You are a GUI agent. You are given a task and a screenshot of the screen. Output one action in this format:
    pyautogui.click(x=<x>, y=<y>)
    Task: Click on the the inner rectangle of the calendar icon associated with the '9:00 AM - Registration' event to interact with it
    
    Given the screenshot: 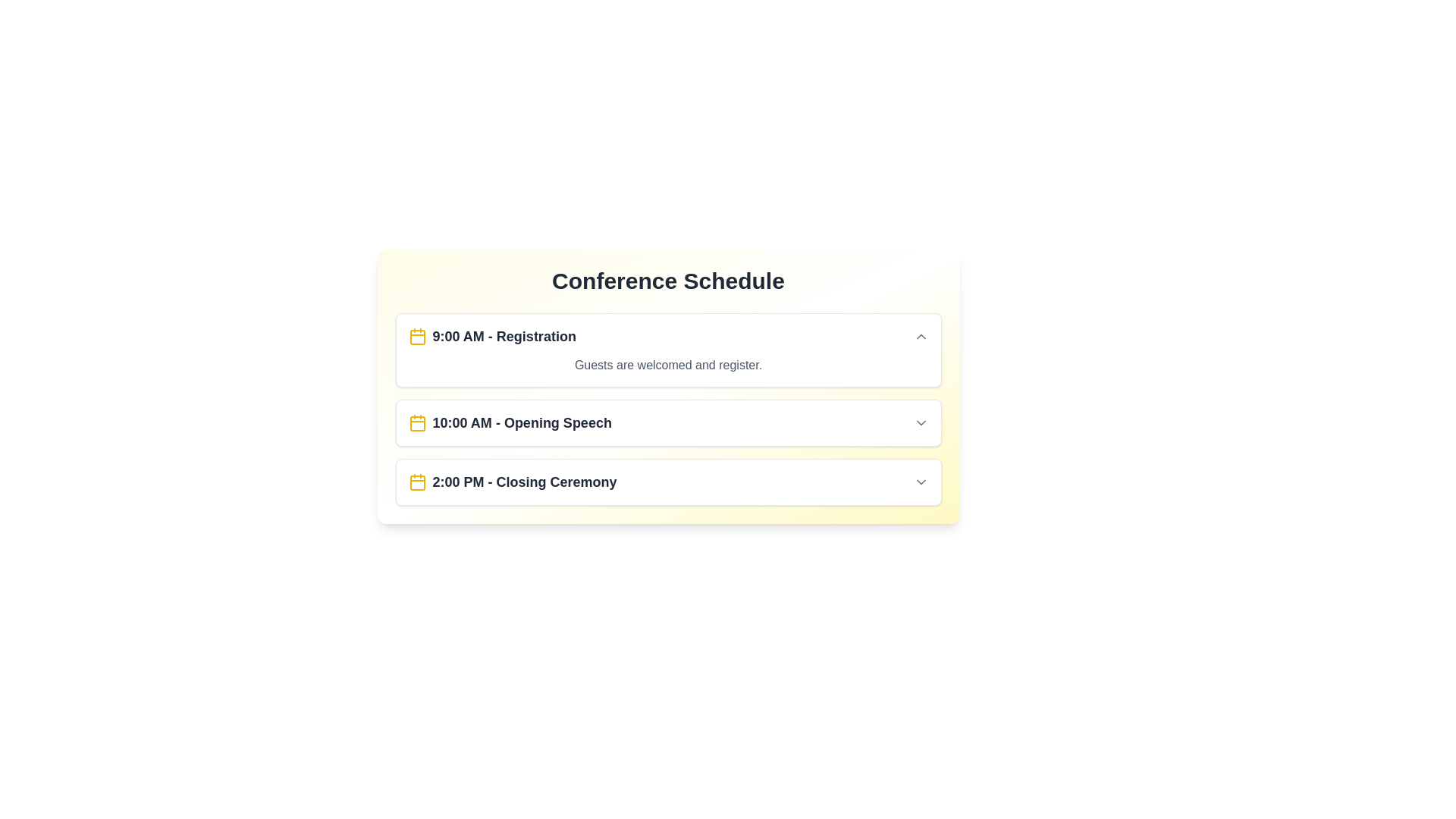 What is the action you would take?
    pyautogui.click(x=417, y=336)
    